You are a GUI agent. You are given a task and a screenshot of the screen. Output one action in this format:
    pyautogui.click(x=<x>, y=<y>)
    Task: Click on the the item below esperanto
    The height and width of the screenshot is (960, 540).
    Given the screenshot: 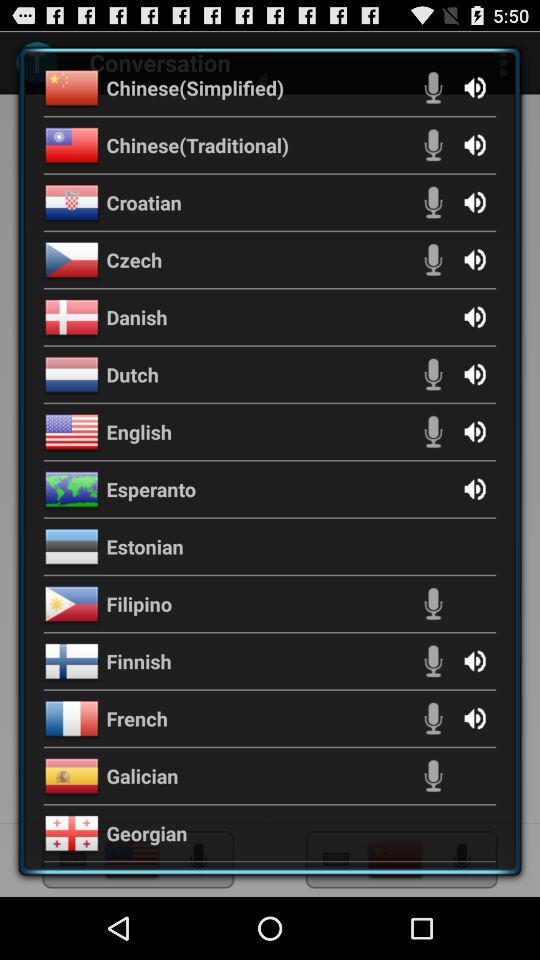 What is the action you would take?
    pyautogui.click(x=144, y=546)
    